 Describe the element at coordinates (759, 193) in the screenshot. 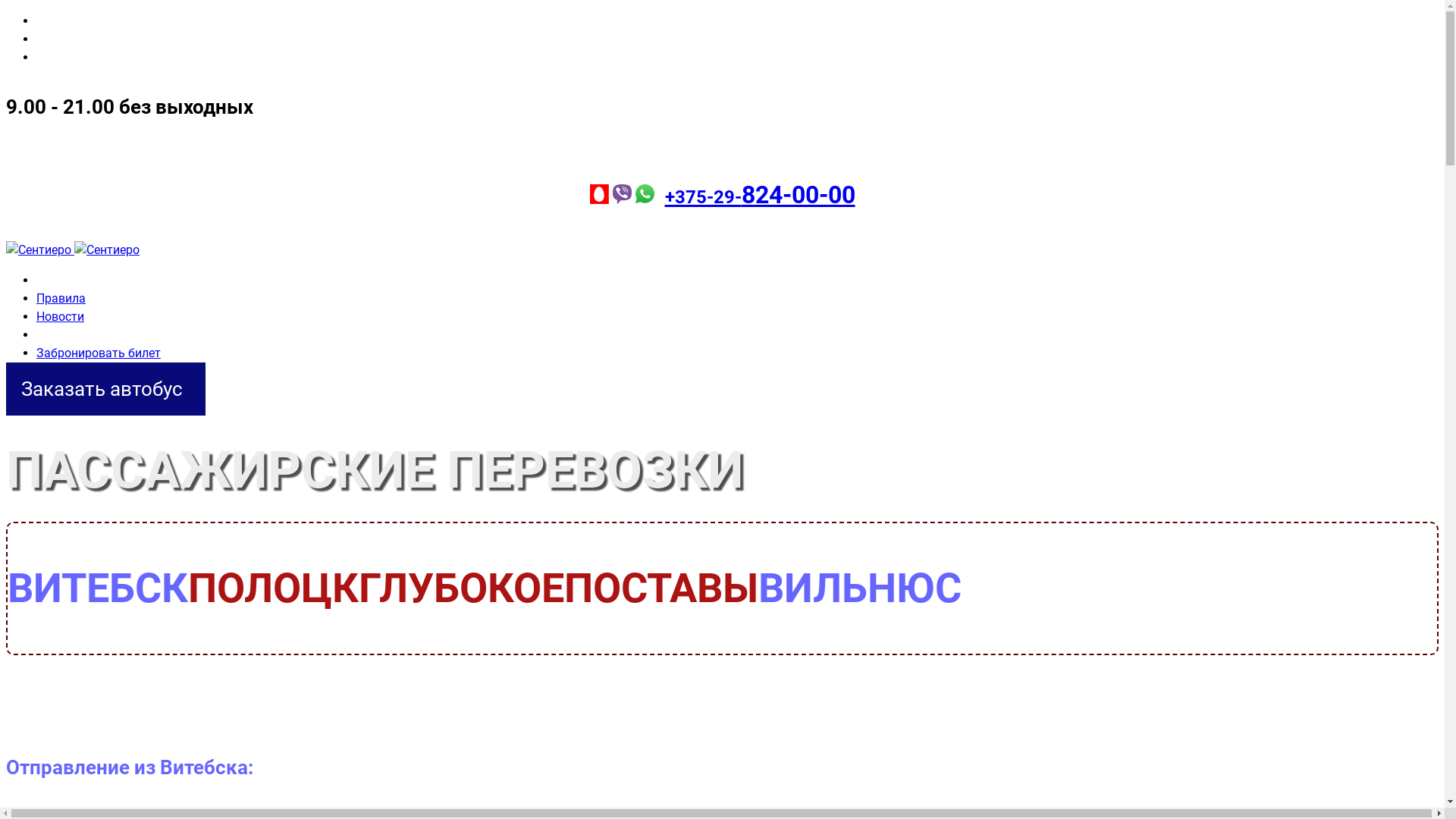

I see `'+375-29-824-00-00'` at that location.